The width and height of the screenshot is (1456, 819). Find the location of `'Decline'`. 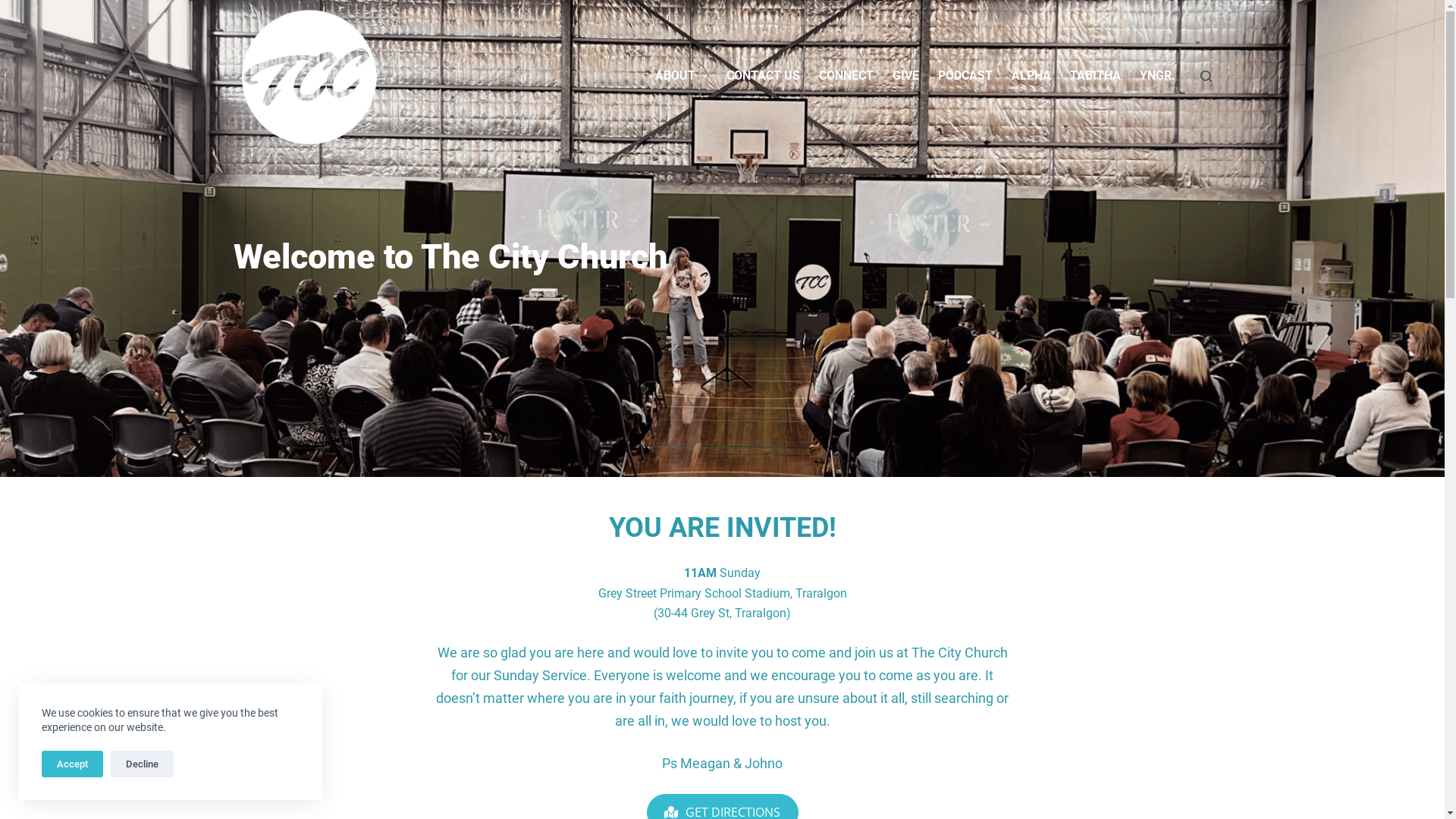

'Decline' is located at coordinates (142, 764).